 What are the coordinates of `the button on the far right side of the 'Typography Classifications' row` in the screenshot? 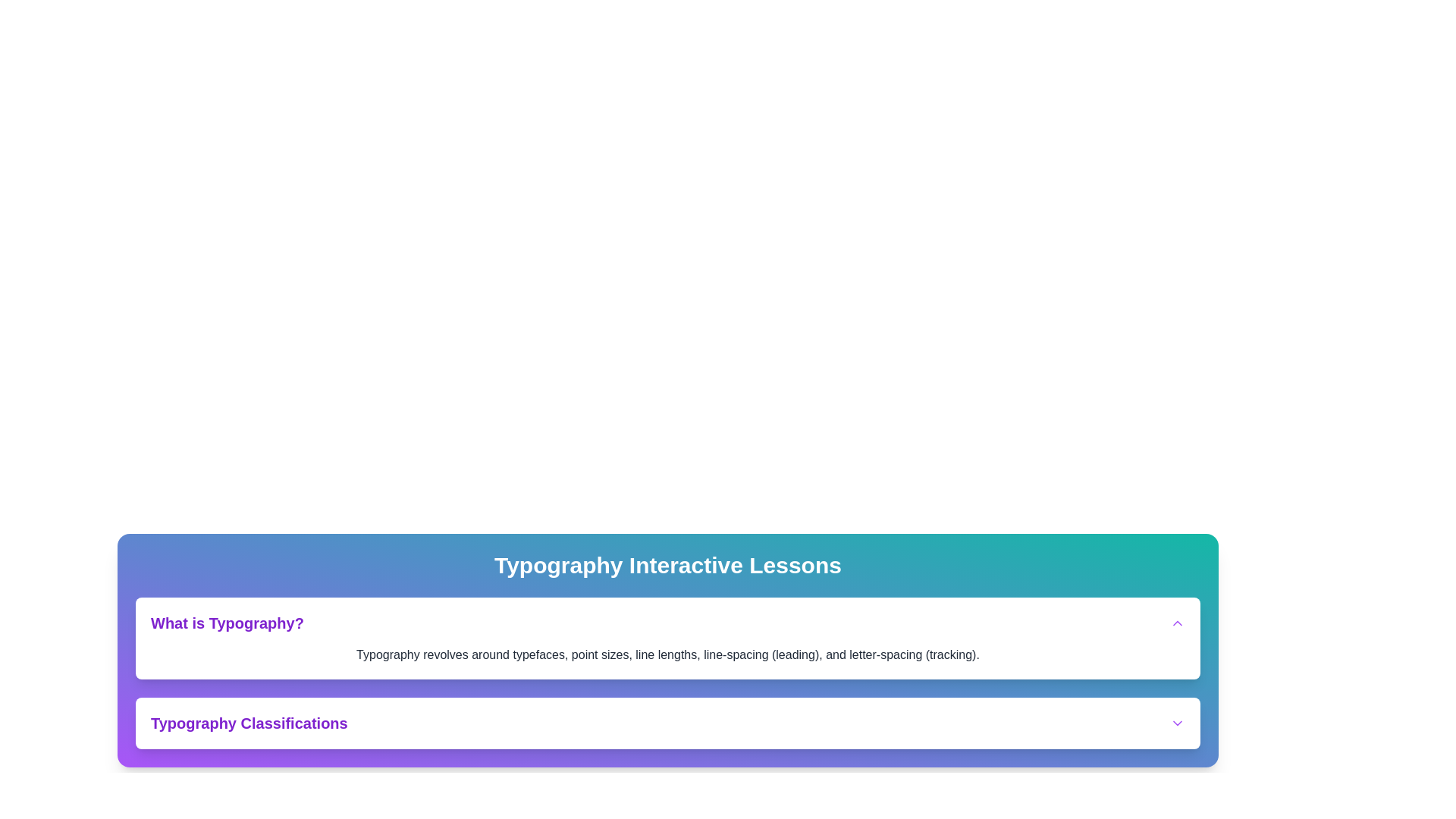 It's located at (1177, 722).